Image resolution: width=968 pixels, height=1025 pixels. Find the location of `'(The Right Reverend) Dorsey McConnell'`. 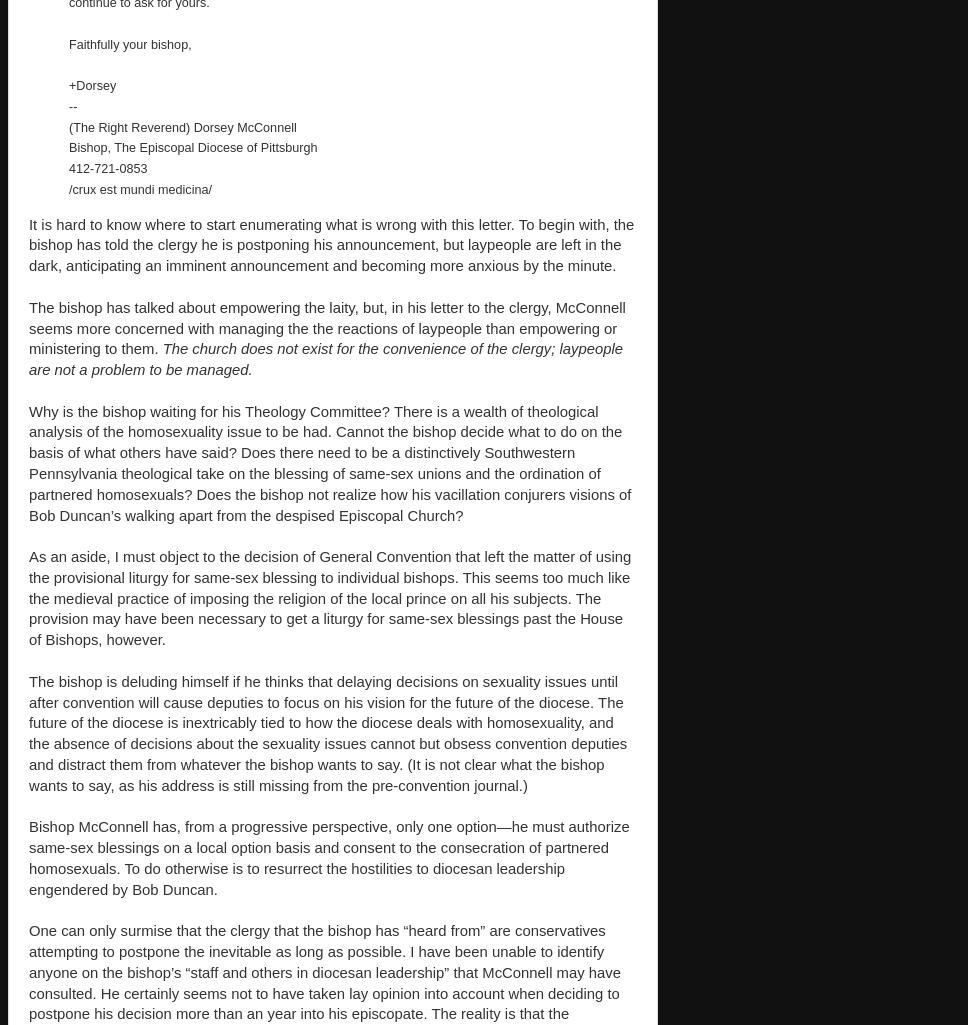

'(The Right Reverend) Dorsey McConnell' is located at coordinates (182, 126).